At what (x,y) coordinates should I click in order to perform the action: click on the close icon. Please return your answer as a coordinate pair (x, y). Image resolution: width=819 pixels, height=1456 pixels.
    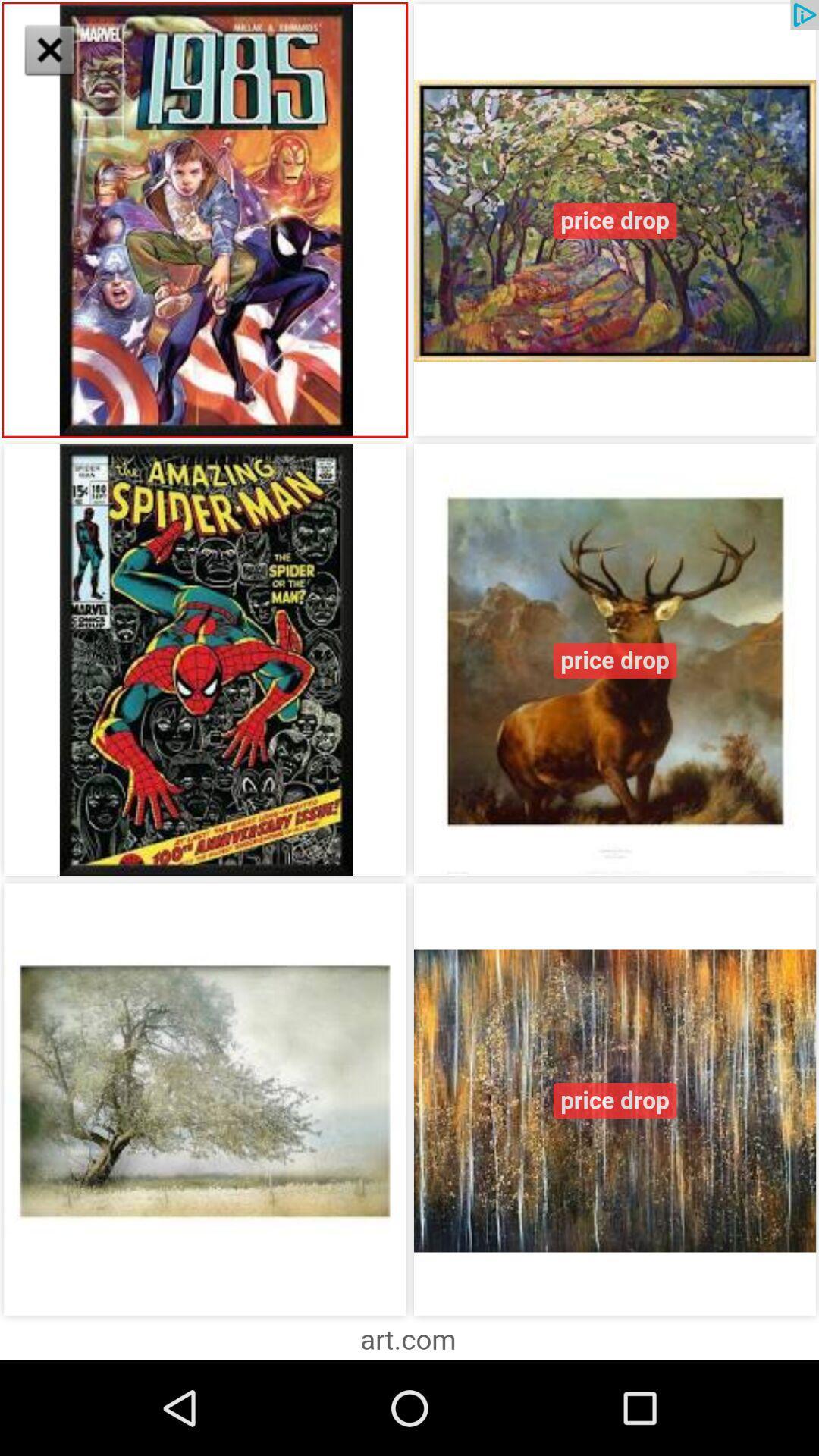
    Looking at the image, I should click on (49, 53).